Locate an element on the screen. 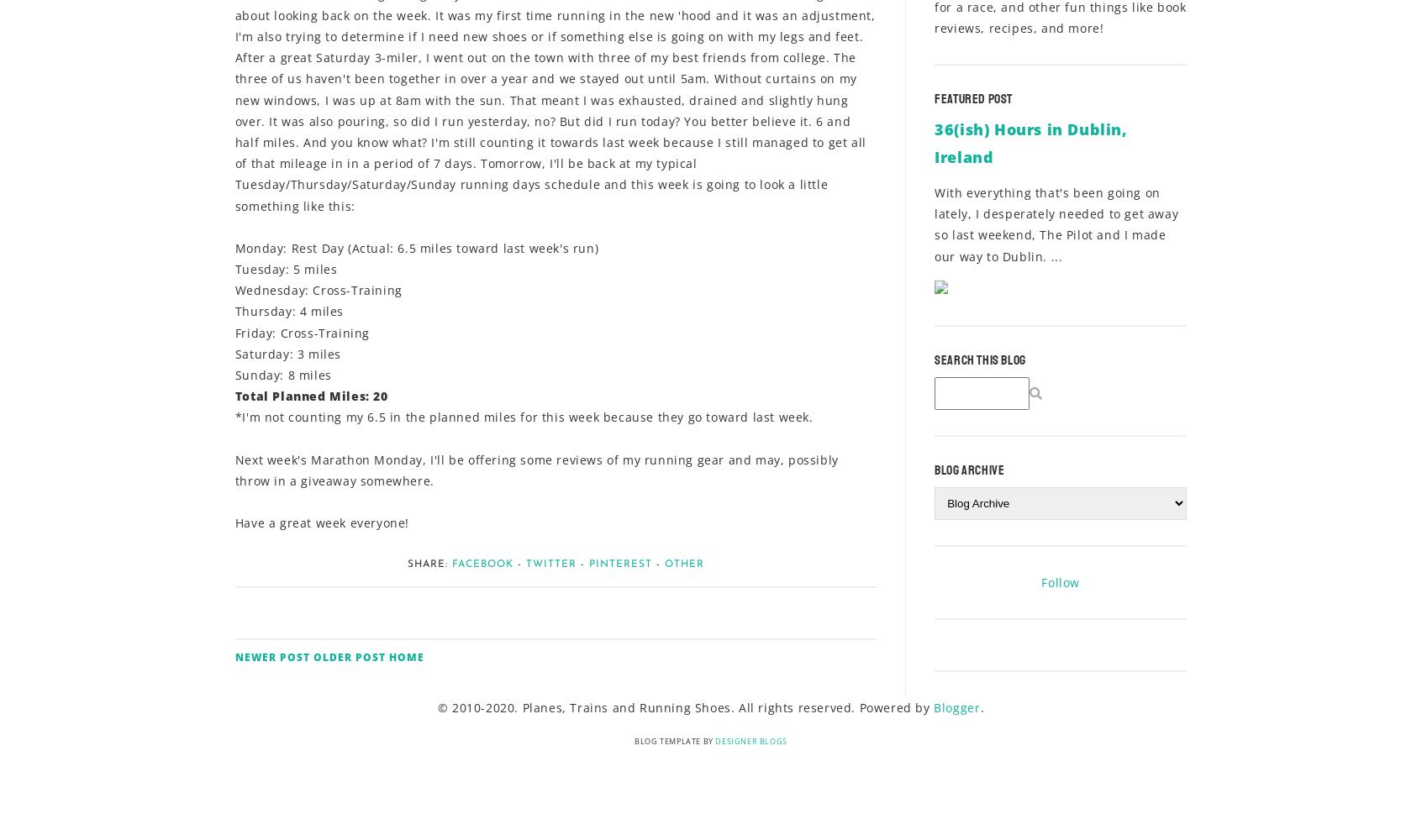 The width and height of the screenshot is (1422, 840). 'Designer Blogs' is located at coordinates (750, 741).